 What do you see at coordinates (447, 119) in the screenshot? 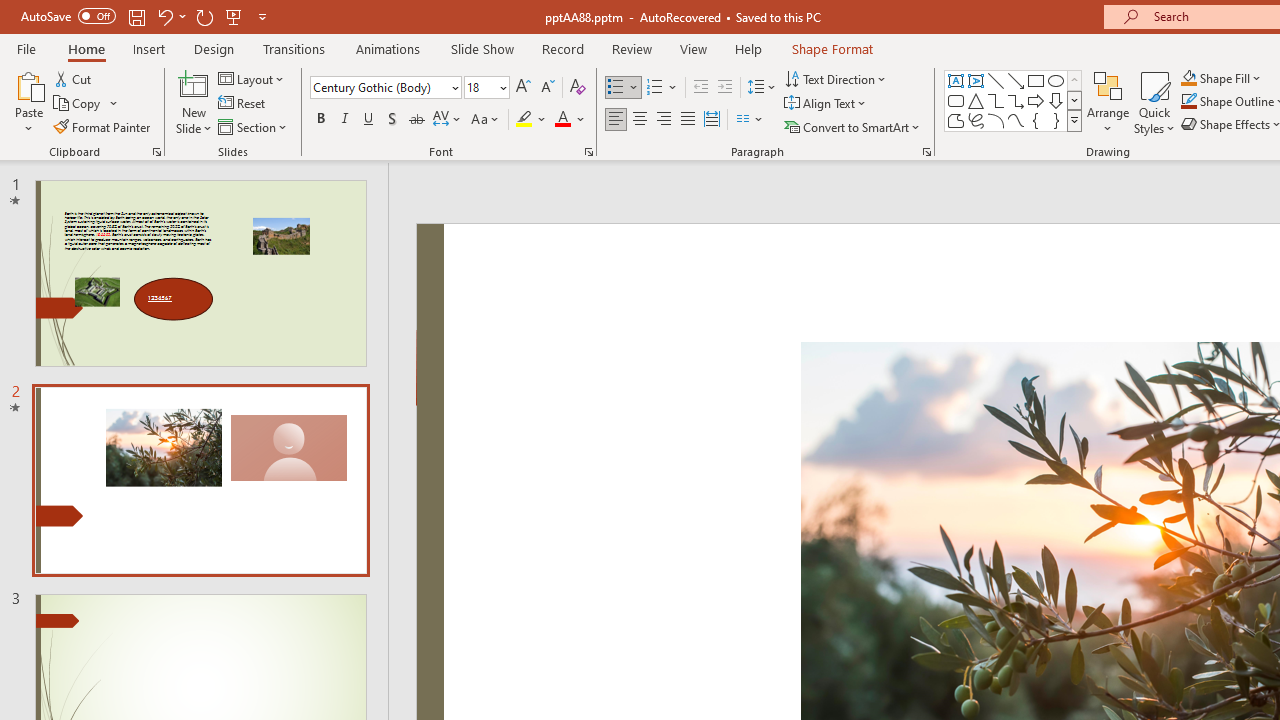
I see `'Character Spacing'` at bounding box center [447, 119].